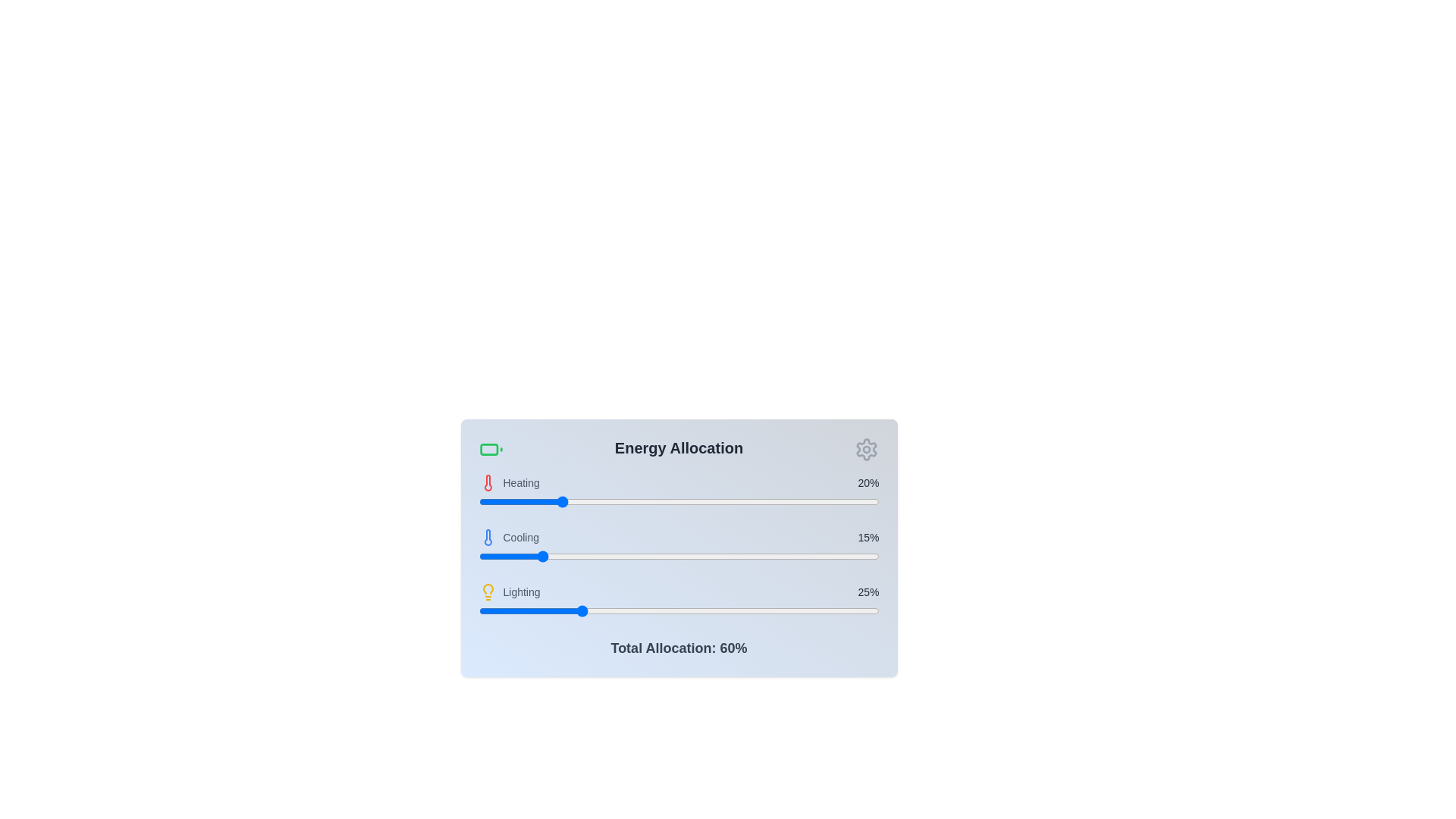 This screenshot has width=1456, height=819. Describe the element at coordinates (491, 449) in the screenshot. I see `the battery icon in the header` at that location.